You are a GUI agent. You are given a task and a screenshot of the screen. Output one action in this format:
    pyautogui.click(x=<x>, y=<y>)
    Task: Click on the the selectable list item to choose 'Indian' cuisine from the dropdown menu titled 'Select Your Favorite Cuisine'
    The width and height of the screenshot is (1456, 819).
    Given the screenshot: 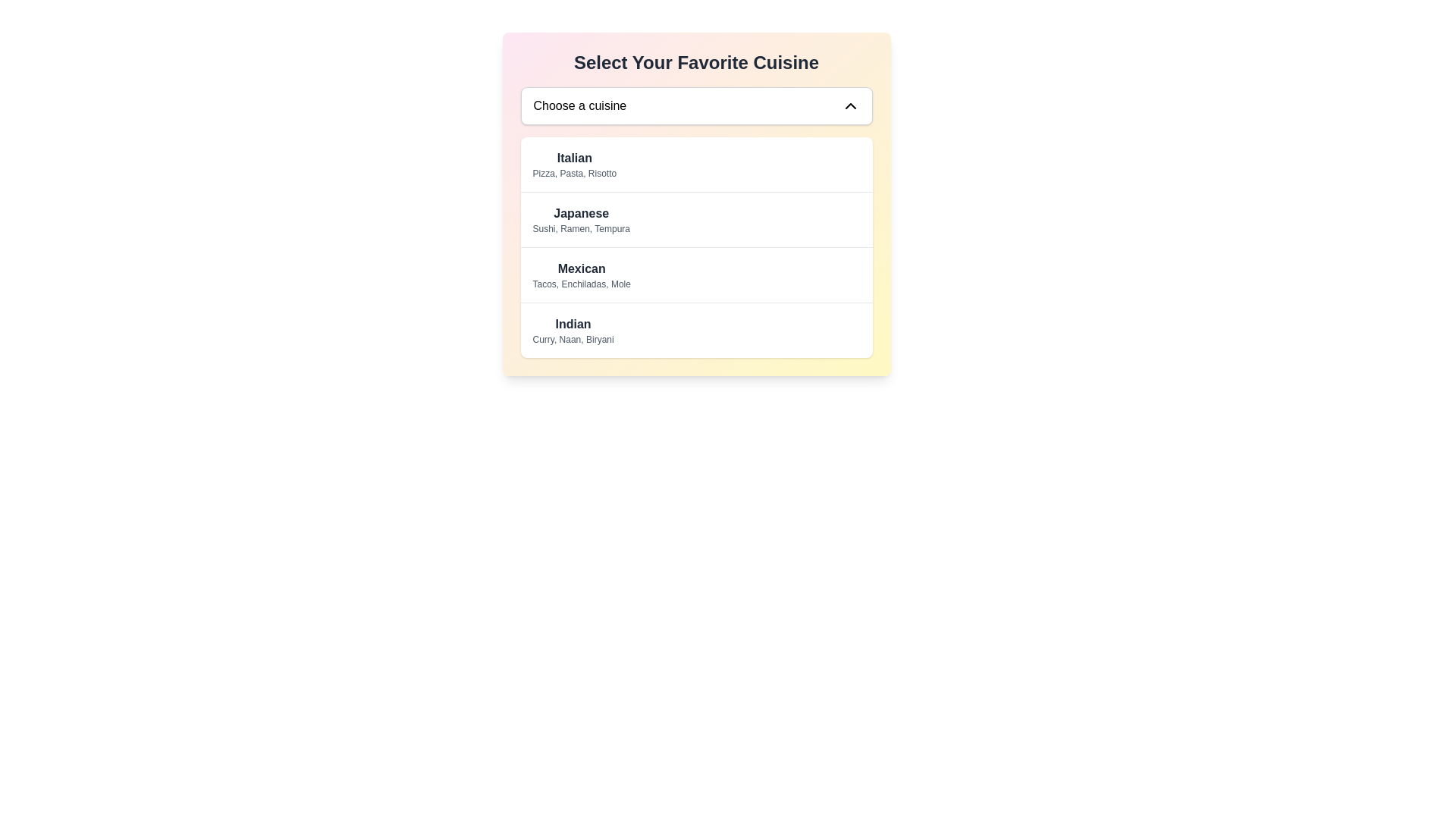 What is the action you would take?
    pyautogui.click(x=573, y=329)
    